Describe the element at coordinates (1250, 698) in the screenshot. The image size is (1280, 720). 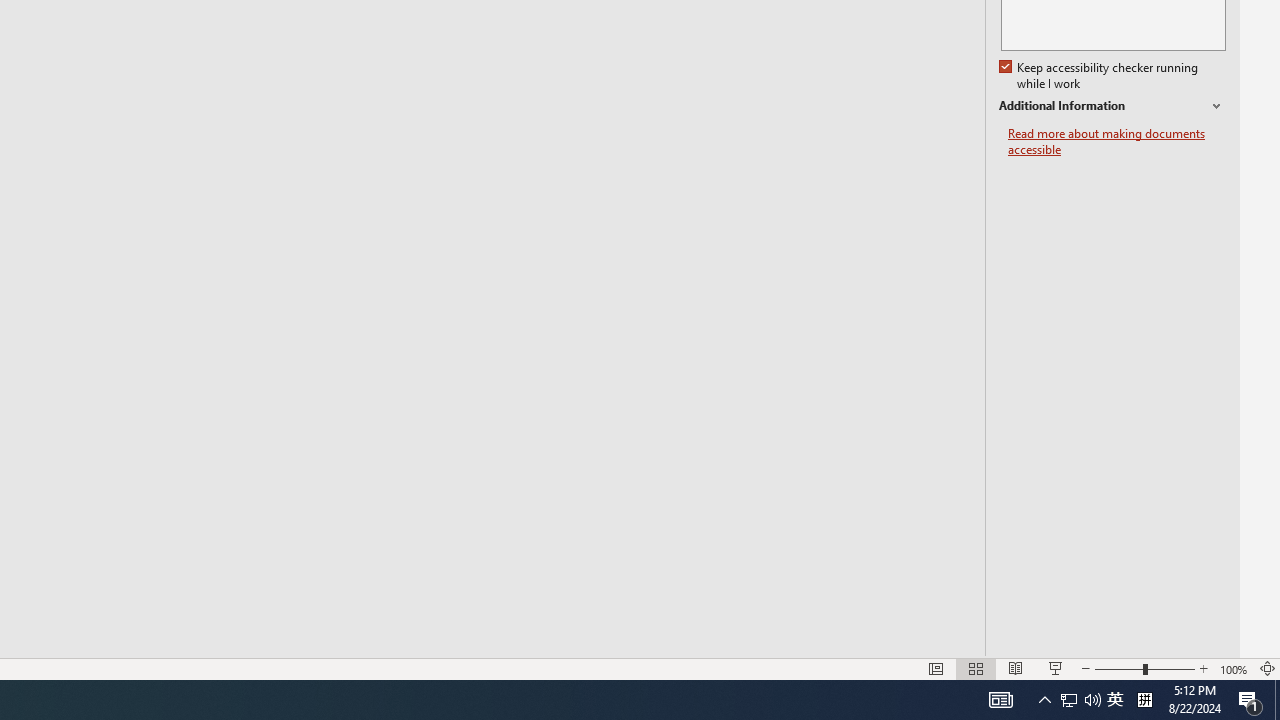
I see `'Action Center, 1 new notification'` at that location.